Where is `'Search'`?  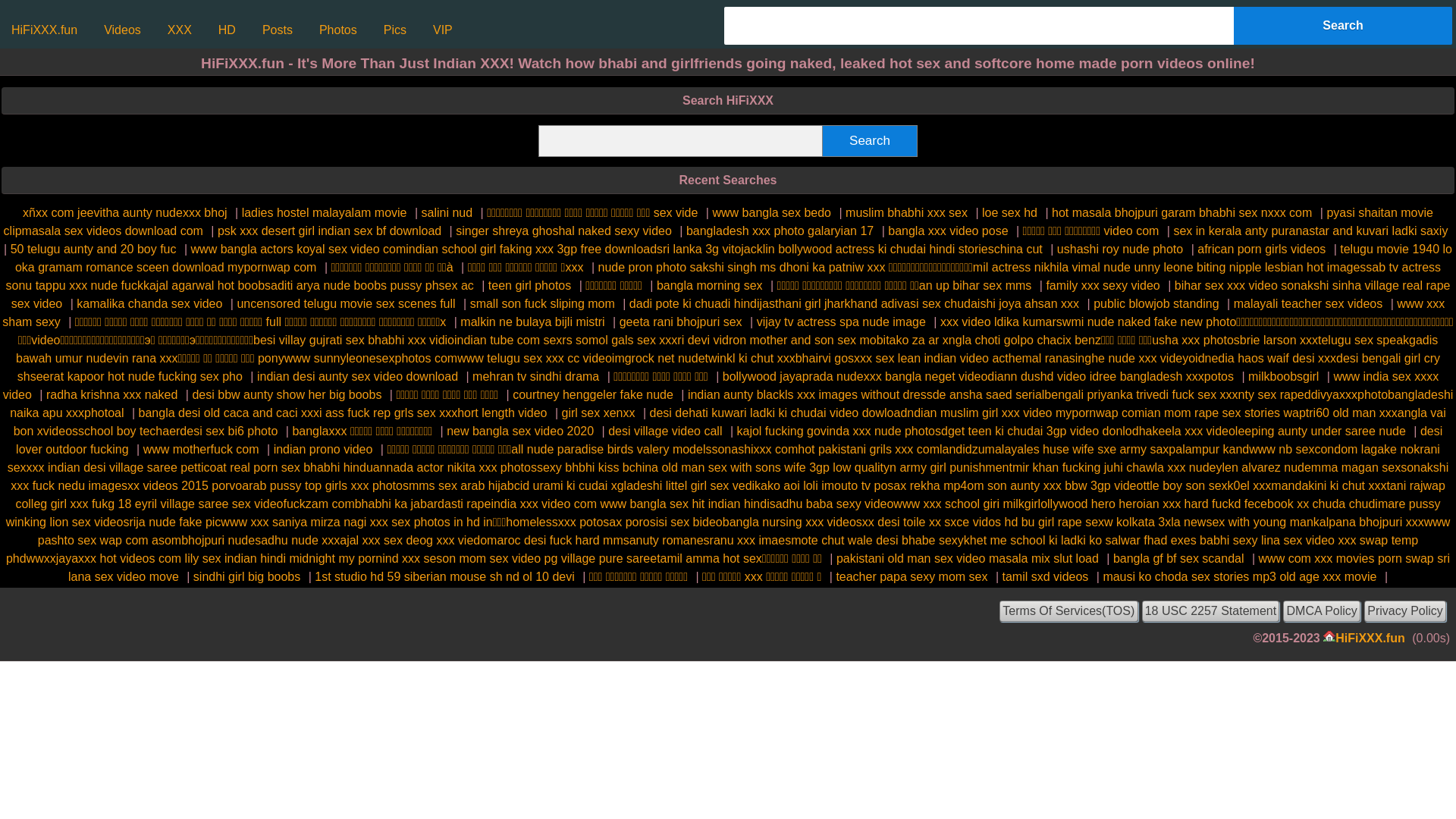
'Search' is located at coordinates (1343, 26).